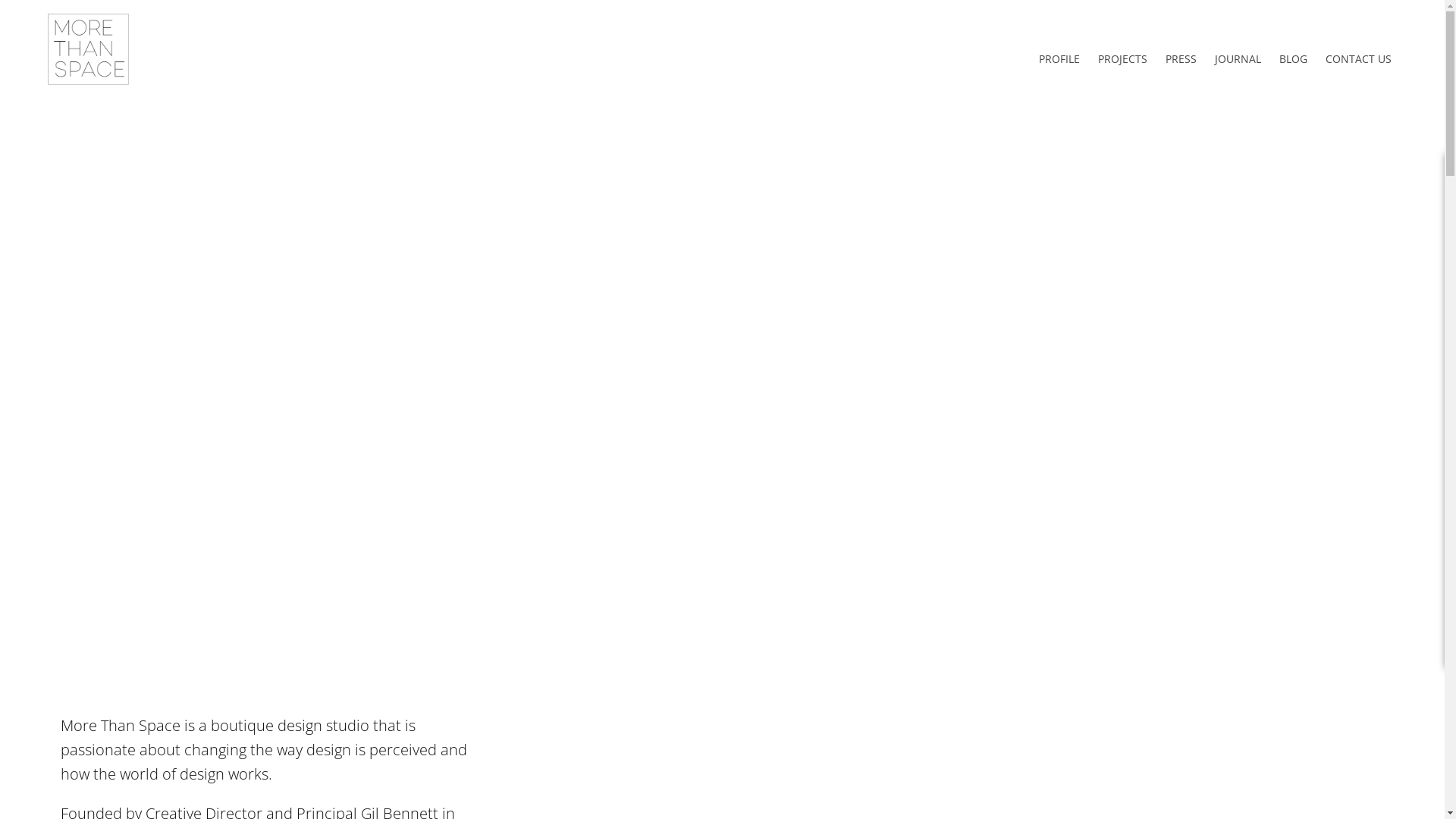 The width and height of the screenshot is (1456, 819). Describe the element at coordinates (1271, 58) in the screenshot. I see `'BLOG'` at that location.